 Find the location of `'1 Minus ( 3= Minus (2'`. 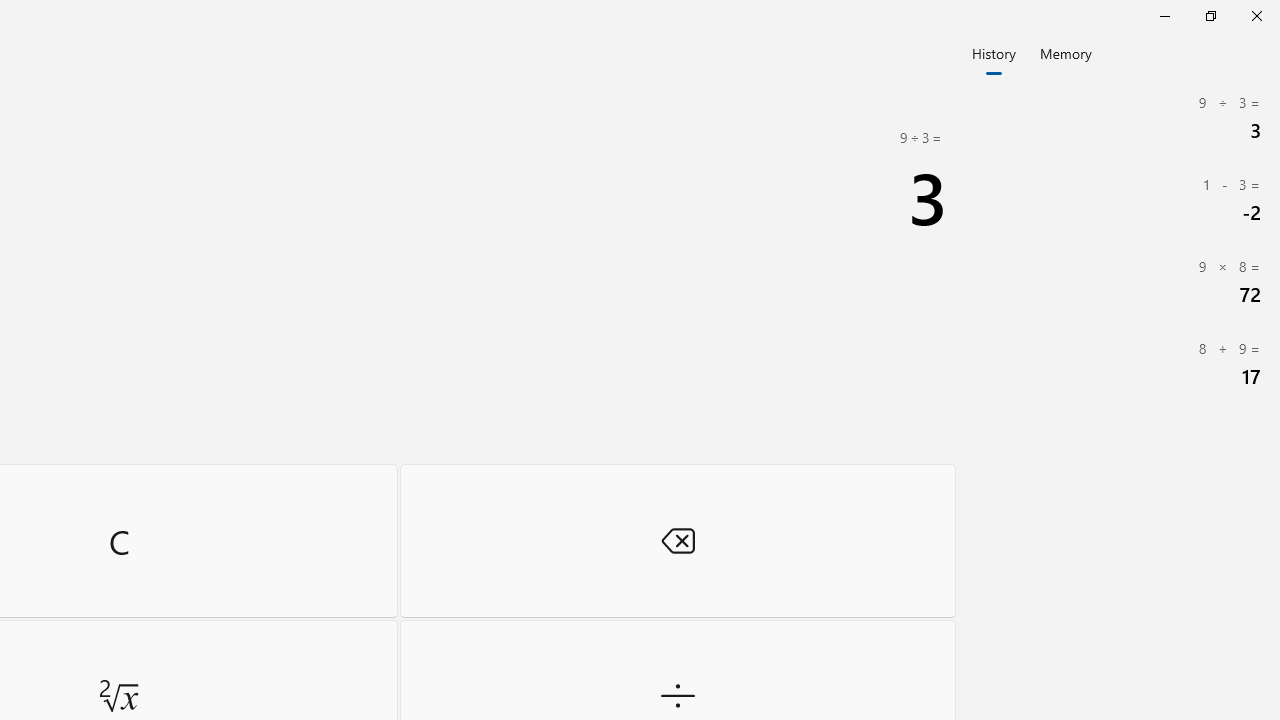

'1 Minus ( 3= Minus (2' is located at coordinates (1120, 200).